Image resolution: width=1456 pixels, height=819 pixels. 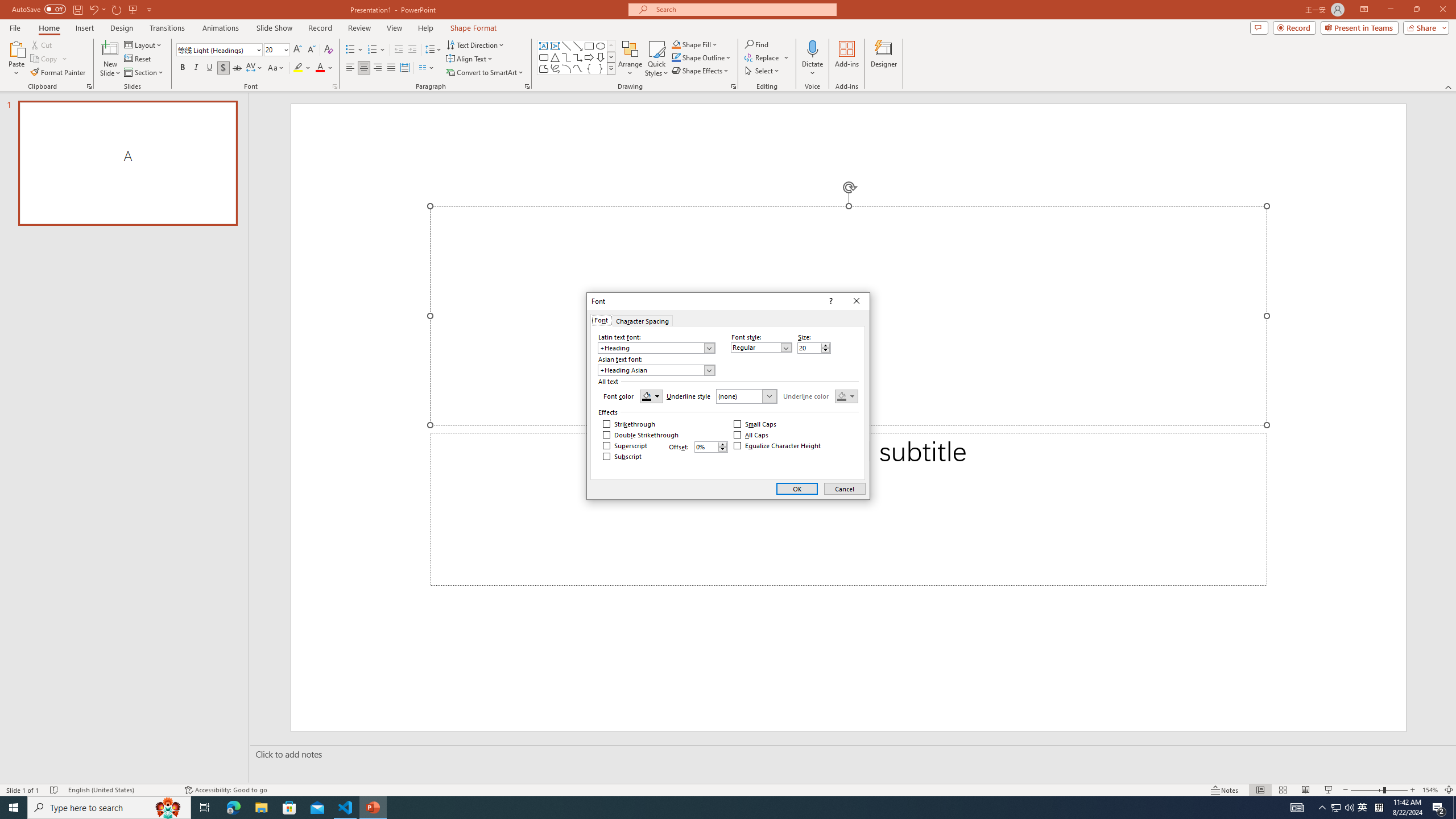 What do you see at coordinates (289, 806) in the screenshot?
I see `'Microsoft Store'` at bounding box center [289, 806].